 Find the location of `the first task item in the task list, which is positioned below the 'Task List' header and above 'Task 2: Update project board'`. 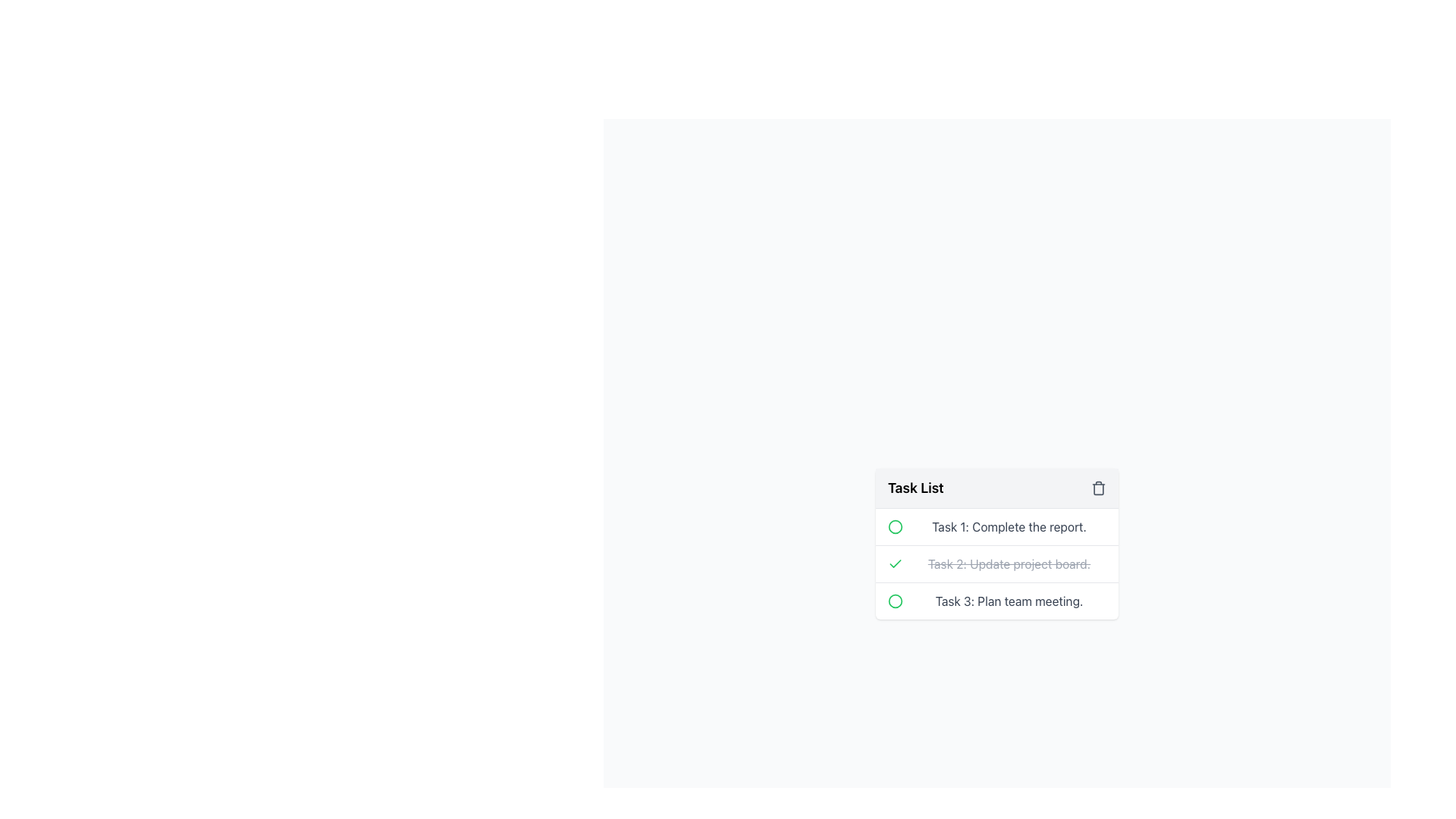

the first task item in the task list, which is positioned below the 'Task List' header and above 'Task 2: Update project board' is located at coordinates (997, 526).